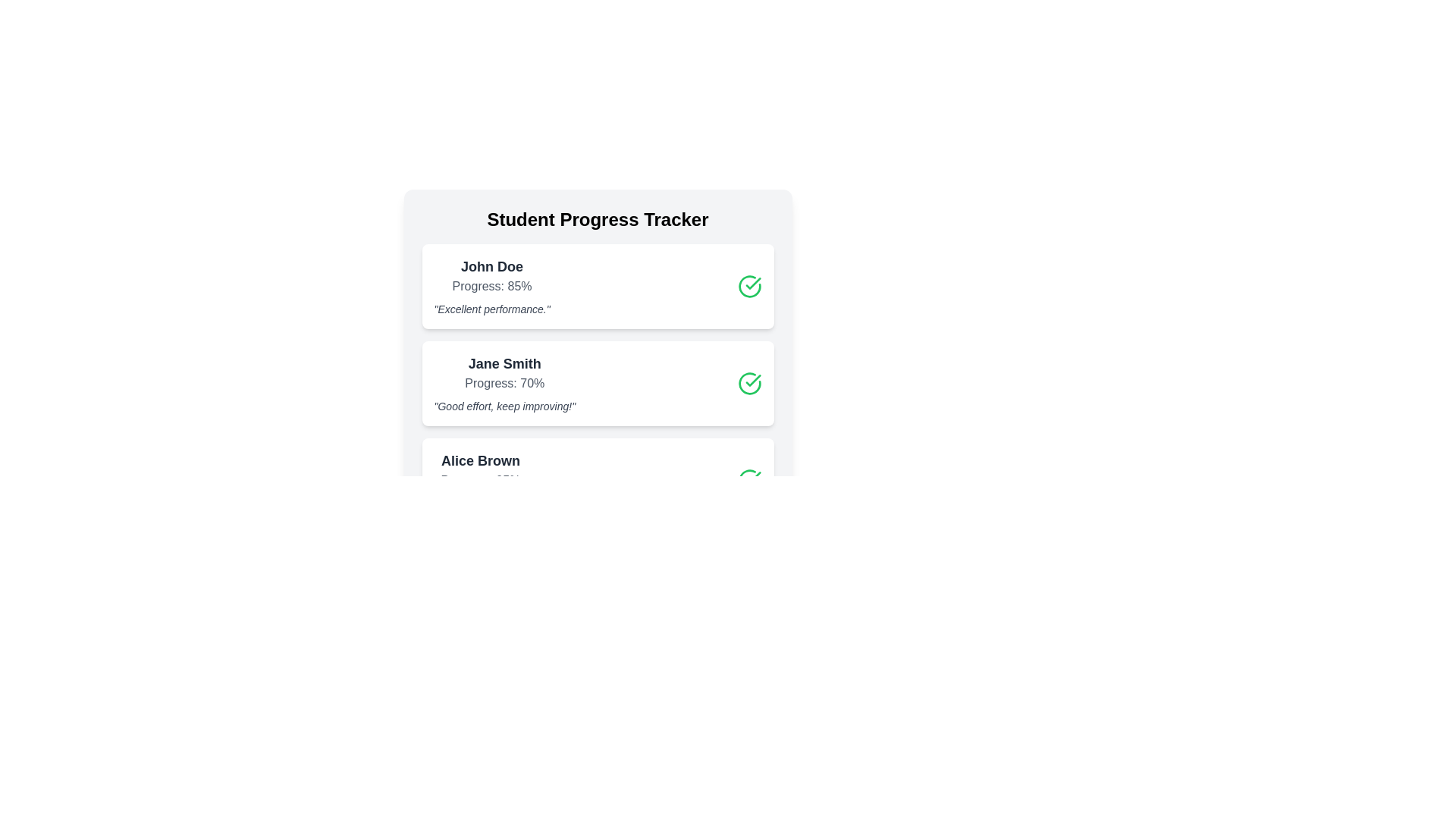 This screenshot has width=1456, height=819. Describe the element at coordinates (749, 382) in the screenshot. I see `the green check icon corresponding to Jane Smith` at that location.